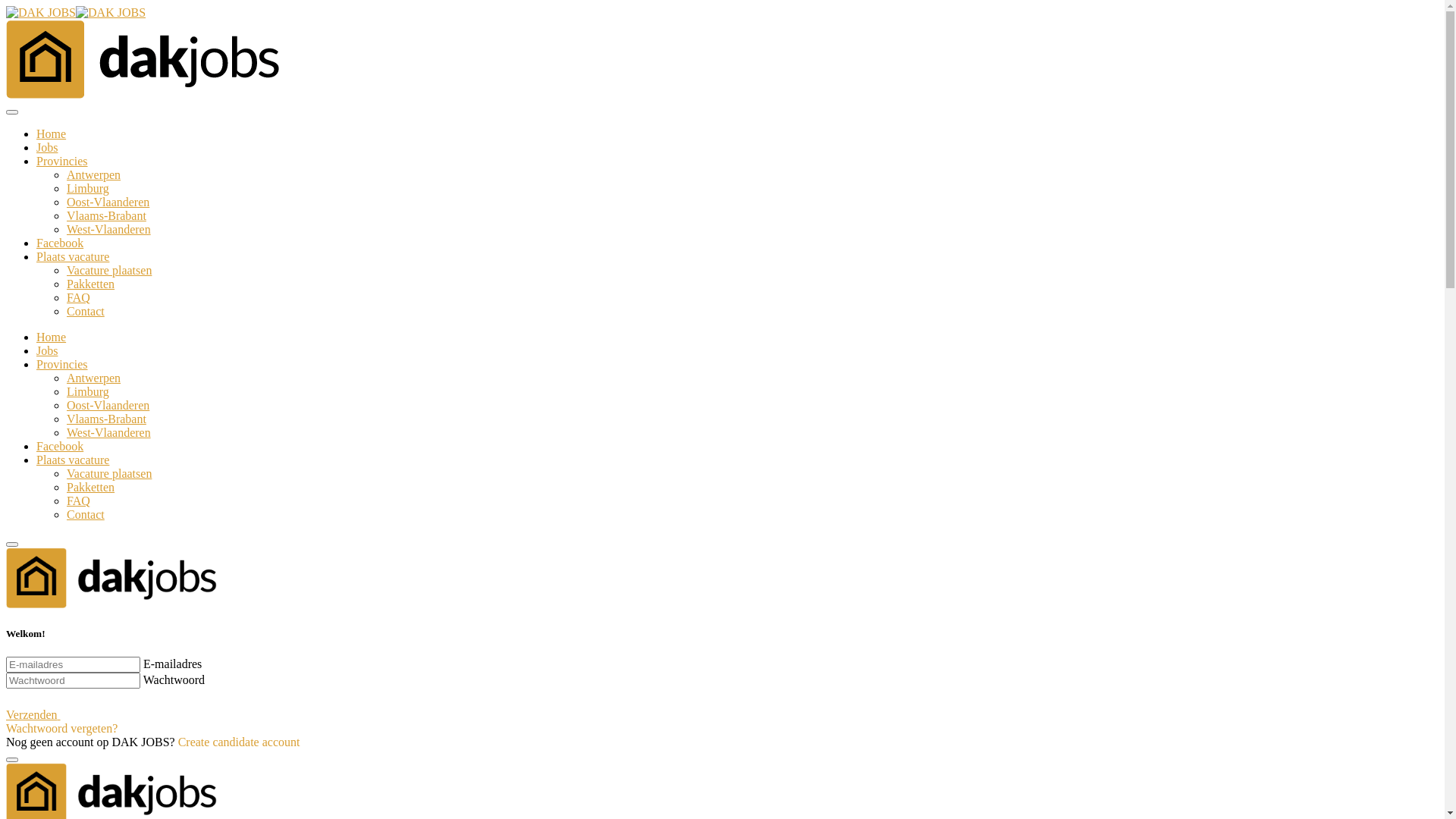  I want to click on 'FAQ', so click(77, 297).